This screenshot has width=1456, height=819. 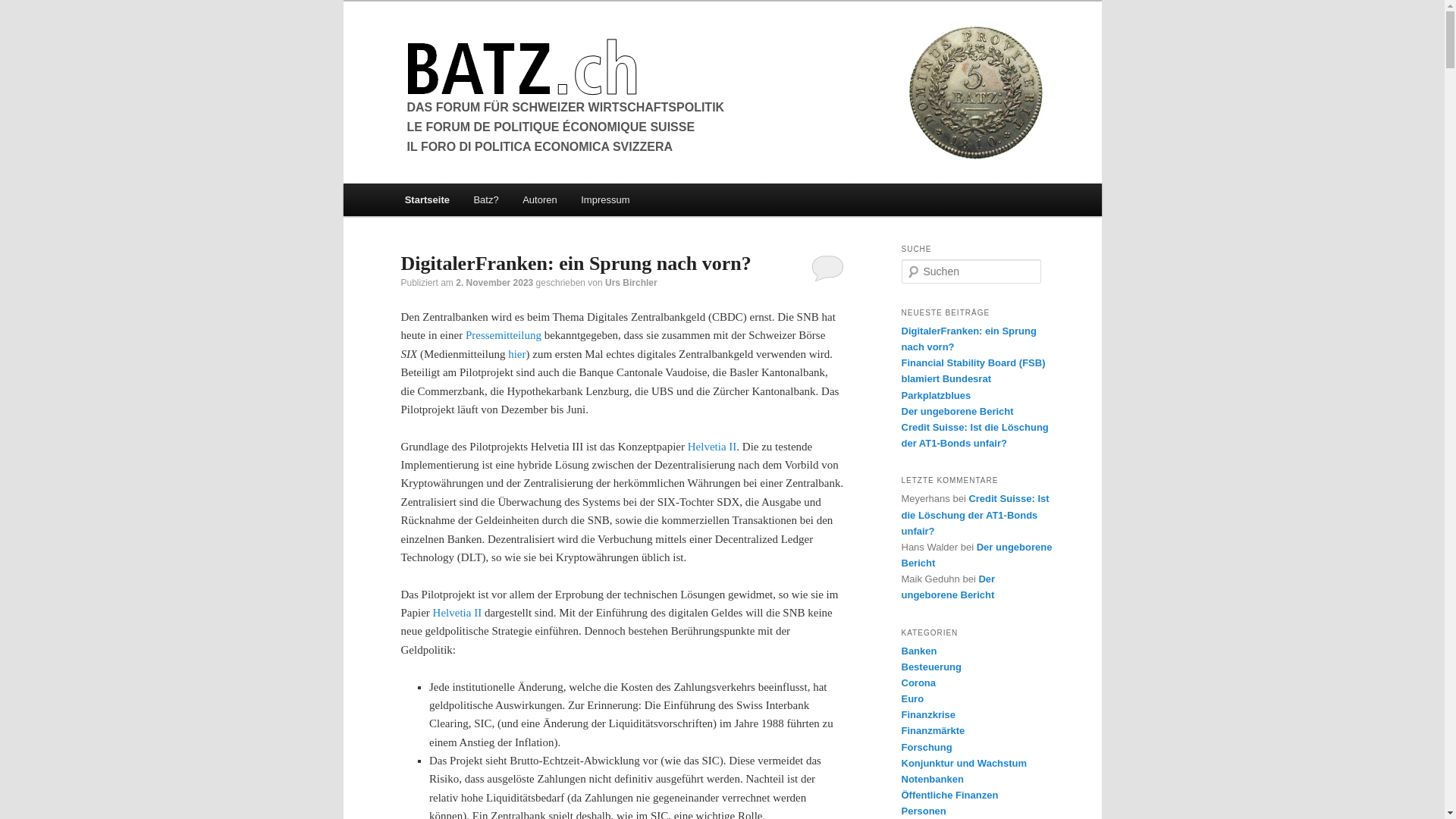 What do you see at coordinates (494, 283) in the screenshot?
I see `'2. November 2023'` at bounding box center [494, 283].